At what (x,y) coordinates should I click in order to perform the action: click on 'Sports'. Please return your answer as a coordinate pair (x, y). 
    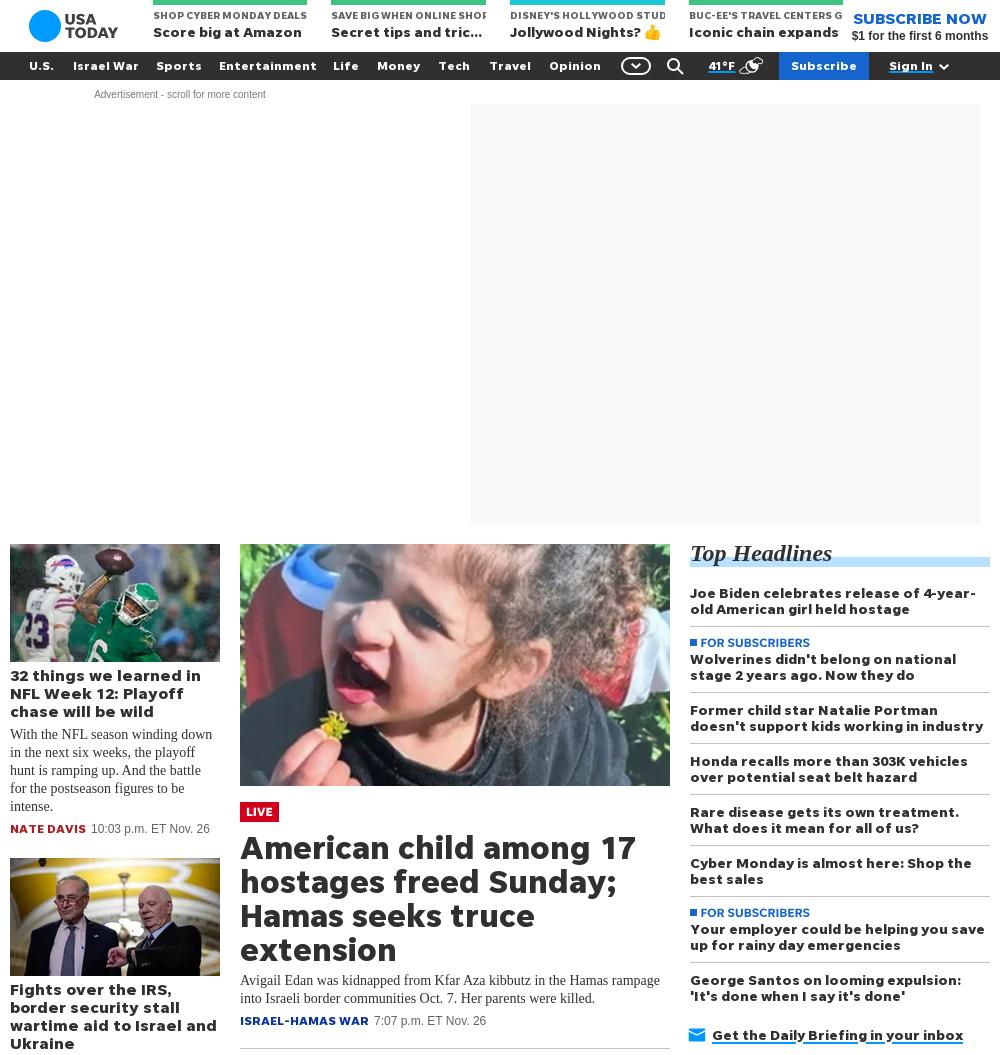
    Looking at the image, I should click on (178, 64).